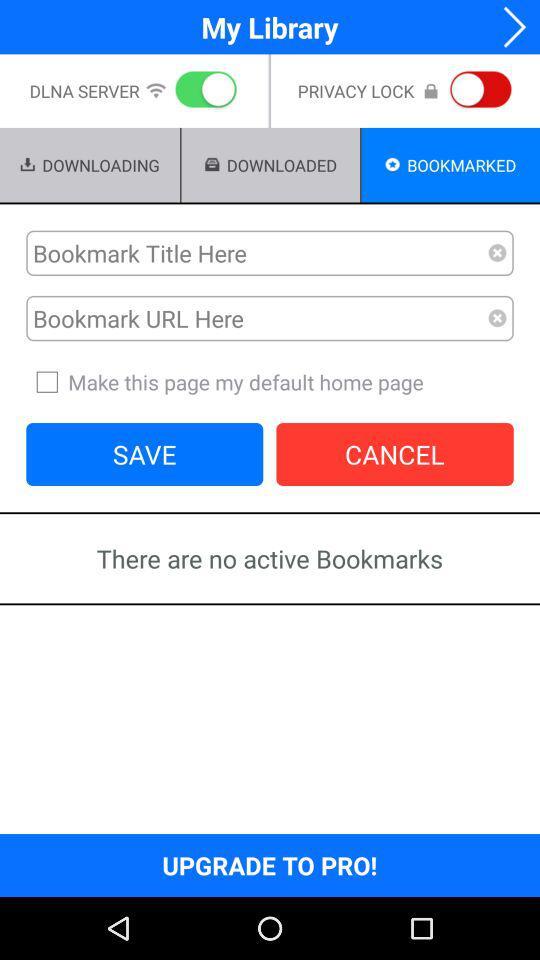  Describe the element at coordinates (476, 91) in the screenshot. I see `switch lock on` at that location.